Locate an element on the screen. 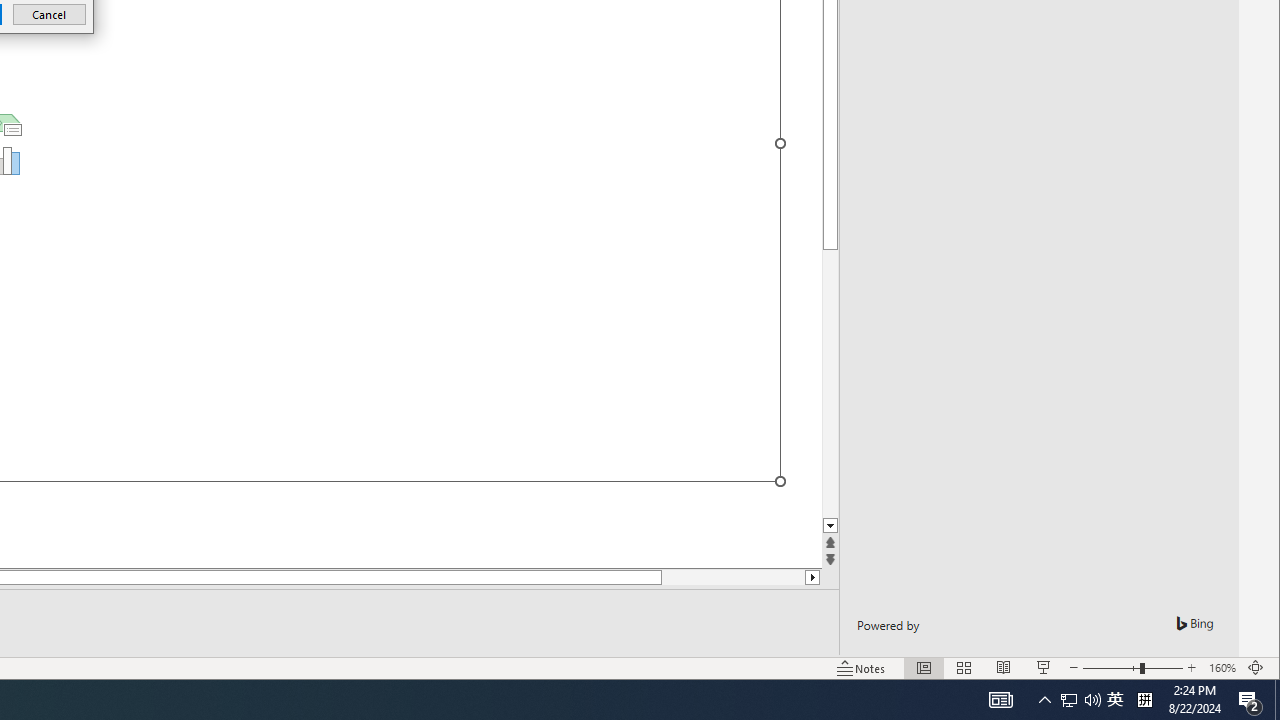 The image size is (1280, 720). 'Action Center, 2 new notifications' is located at coordinates (1250, 698).